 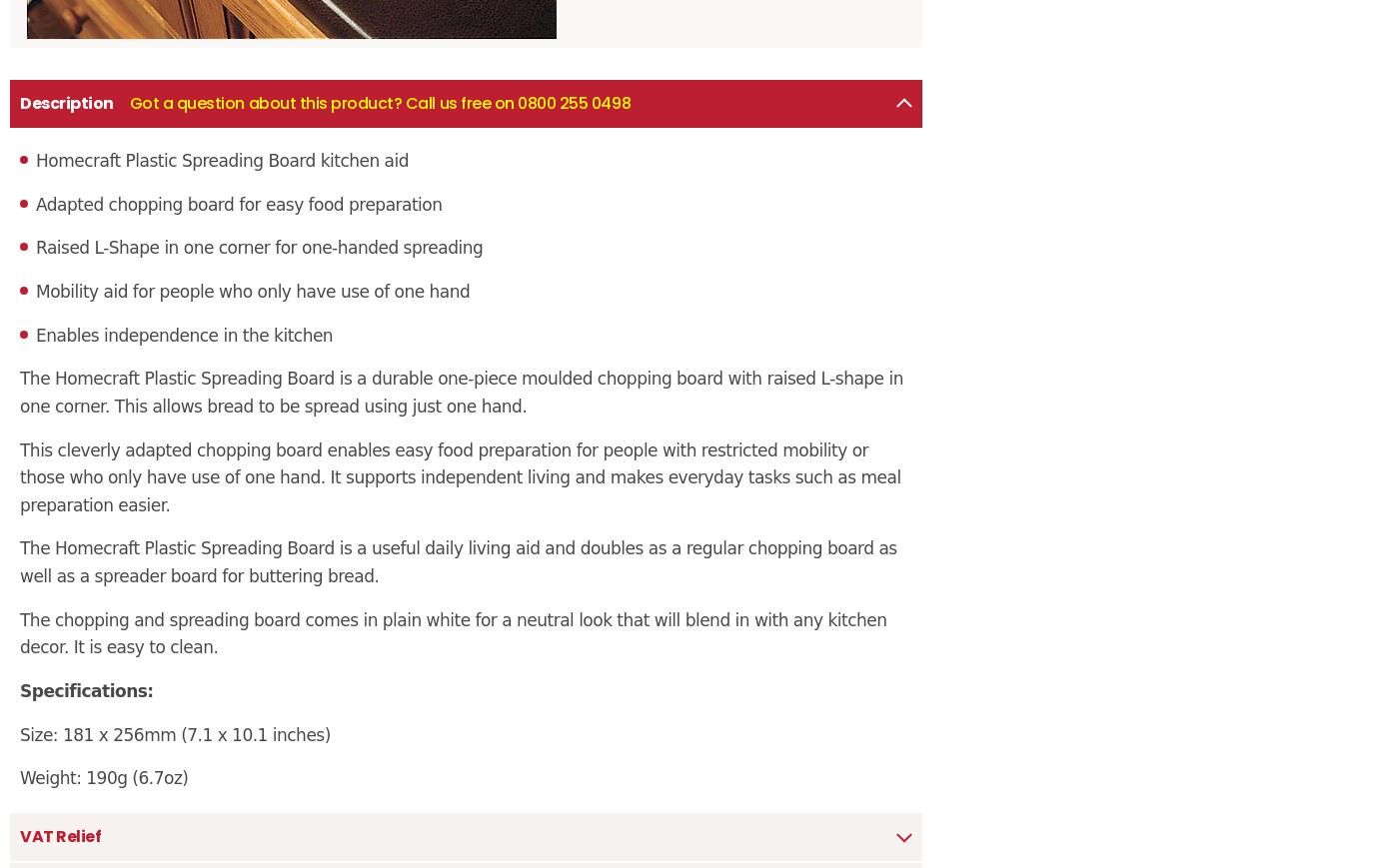 I want to click on 'Terms & conditions', so click(x=9, y=402).